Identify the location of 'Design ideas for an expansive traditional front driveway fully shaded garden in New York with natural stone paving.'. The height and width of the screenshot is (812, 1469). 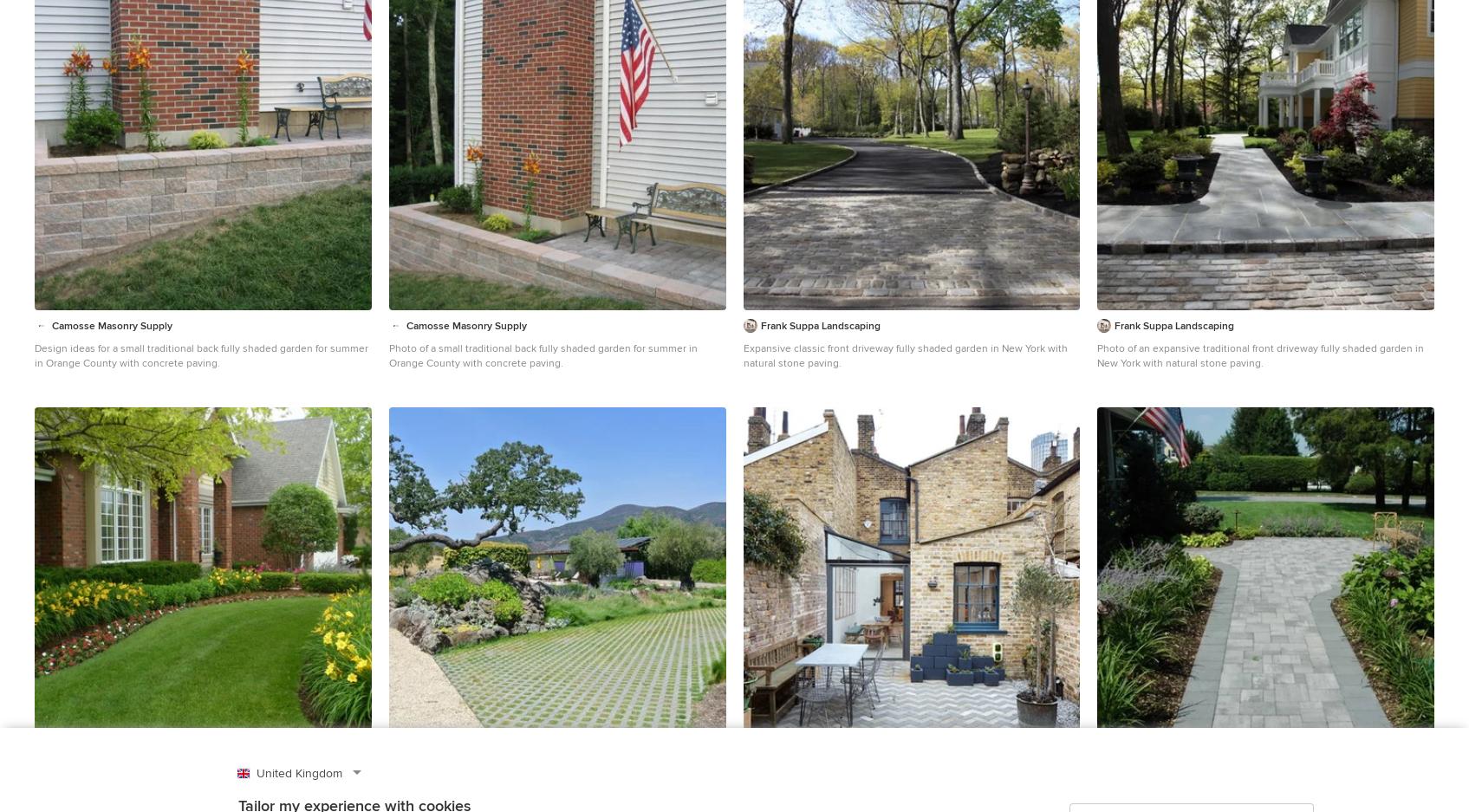
(1255, 789).